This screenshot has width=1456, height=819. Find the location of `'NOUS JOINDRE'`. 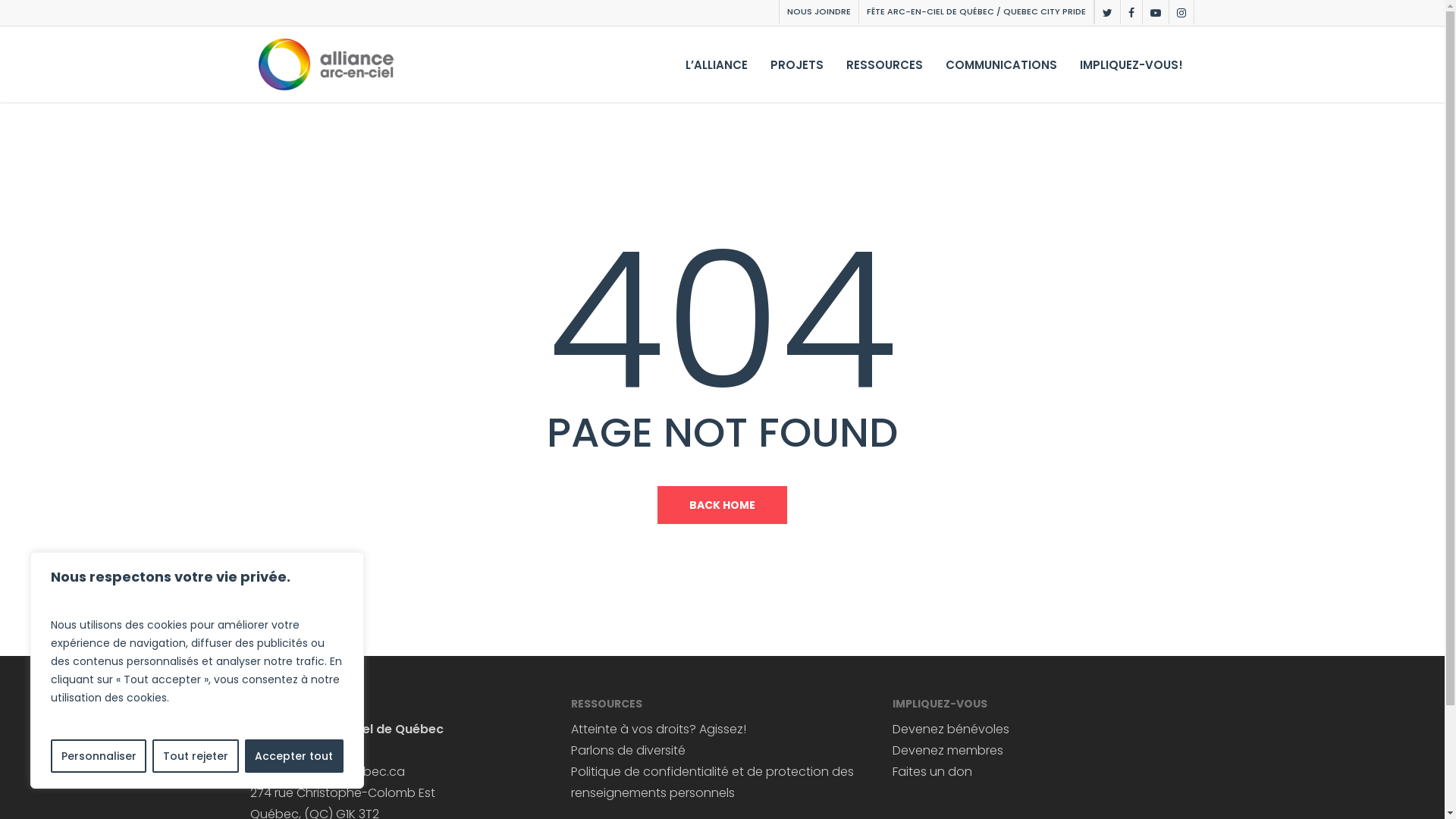

'NOUS JOINDRE' is located at coordinates (817, 11).